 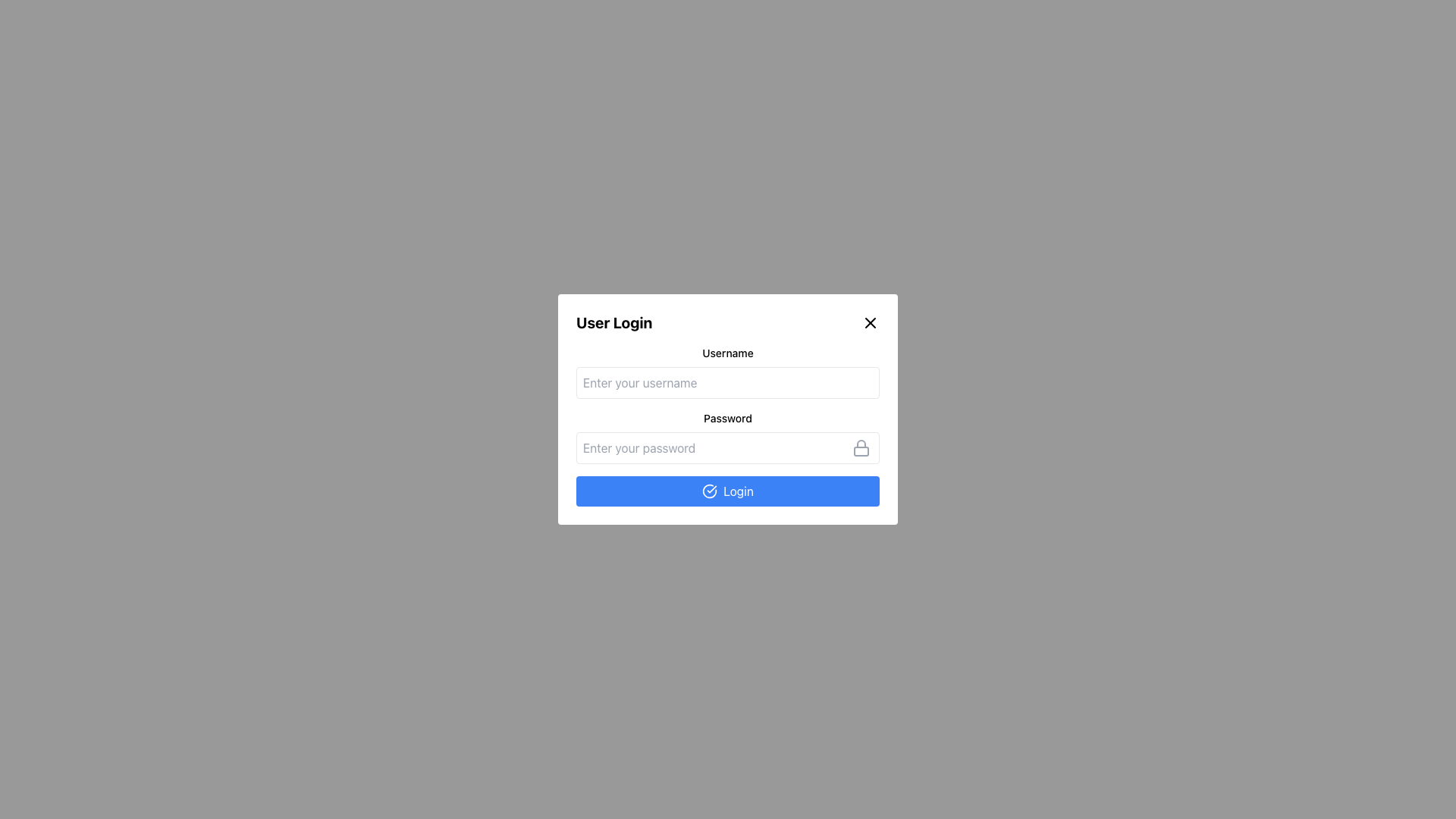 I want to click on the Text Input Field for 'Username' by tabbing to it, so click(x=728, y=382).